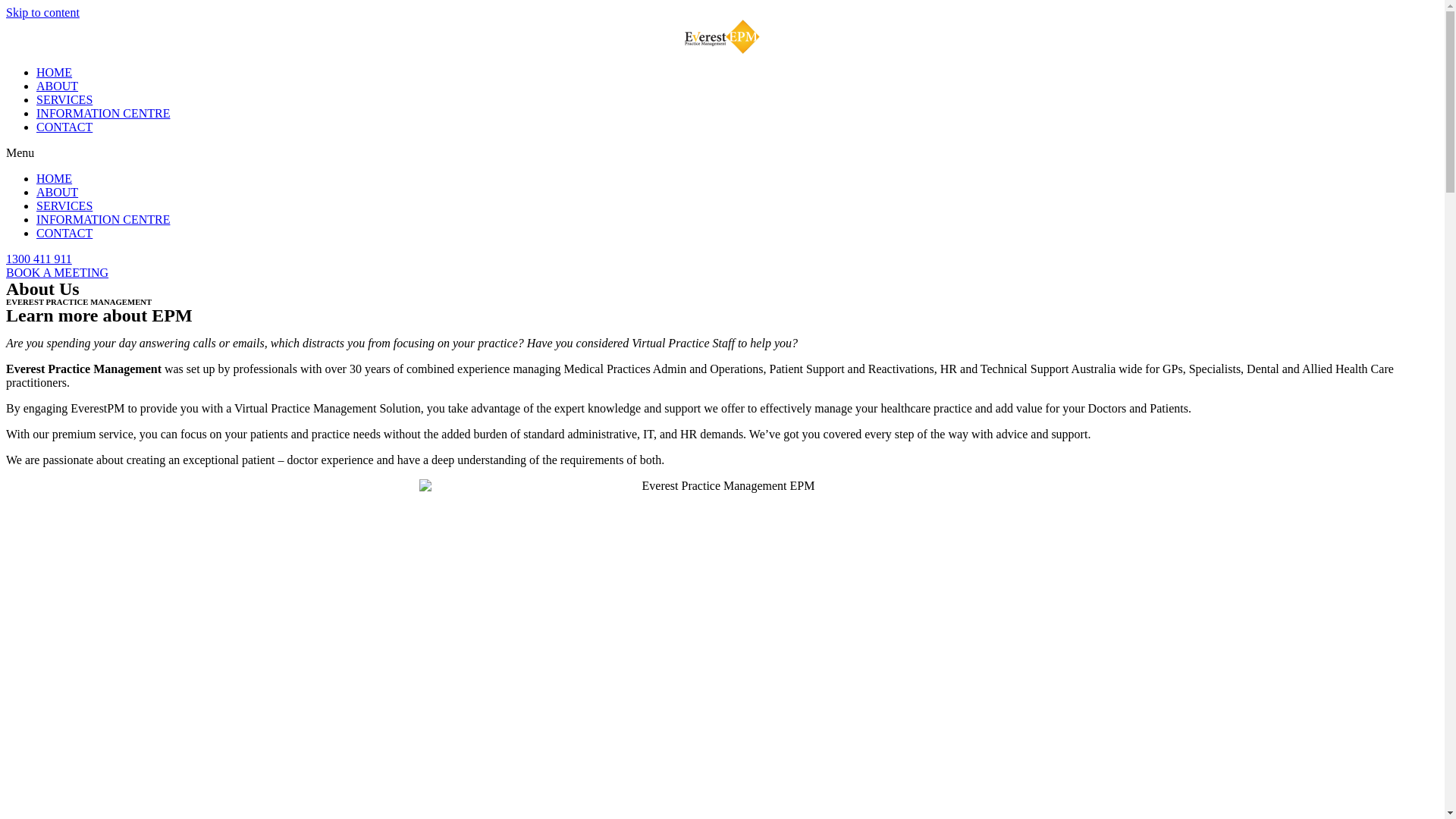  What do you see at coordinates (64, 206) in the screenshot?
I see `'SERVICES'` at bounding box center [64, 206].